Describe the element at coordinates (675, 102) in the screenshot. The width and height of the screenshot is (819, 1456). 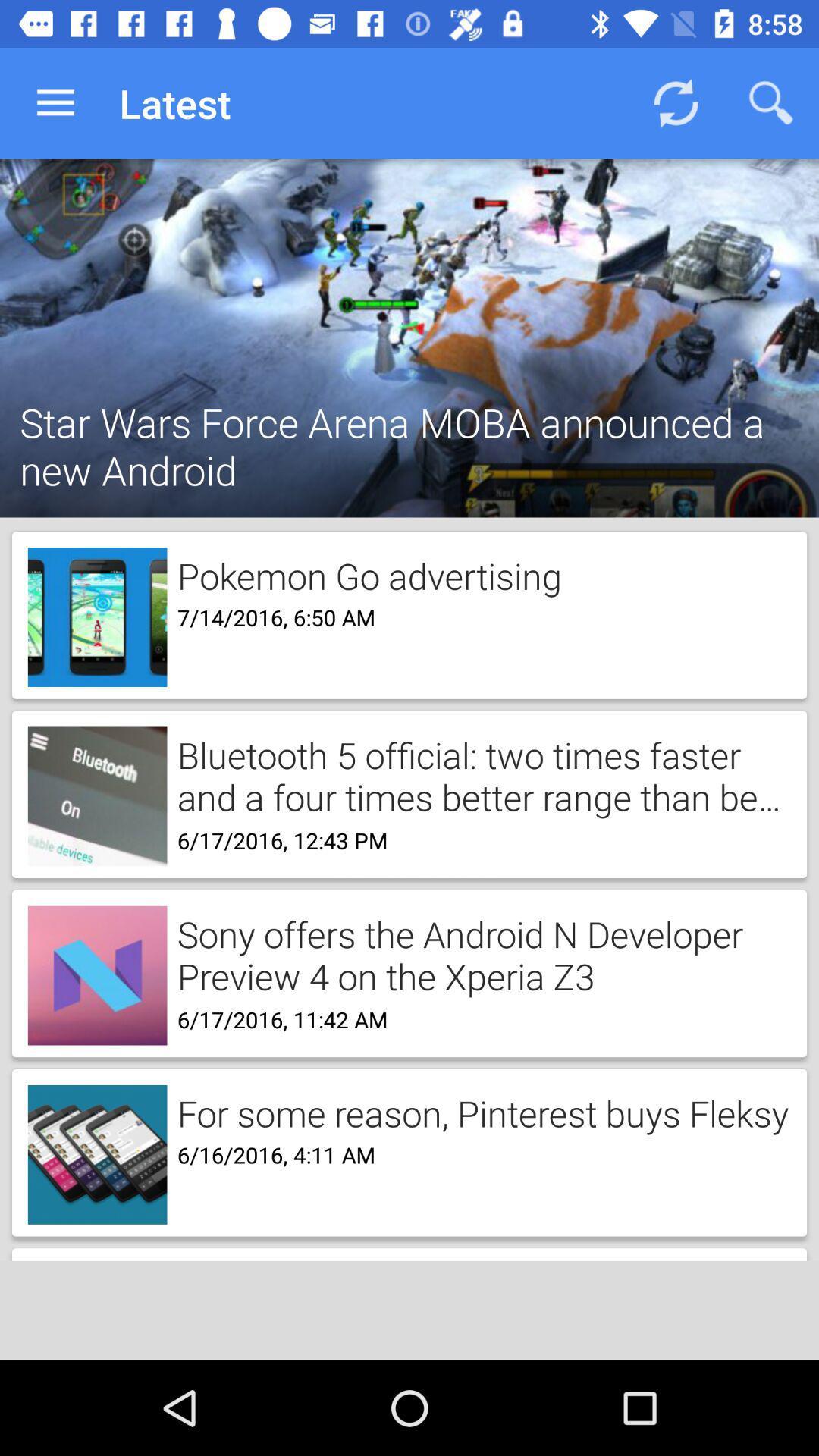
I see `the icon next to the latest icon` at that location.